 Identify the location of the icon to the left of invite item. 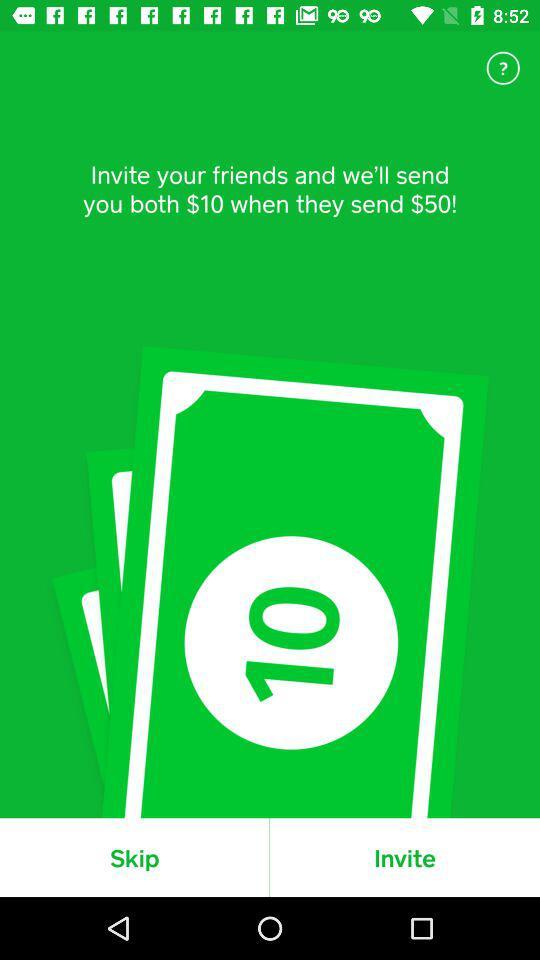
(134, 856).